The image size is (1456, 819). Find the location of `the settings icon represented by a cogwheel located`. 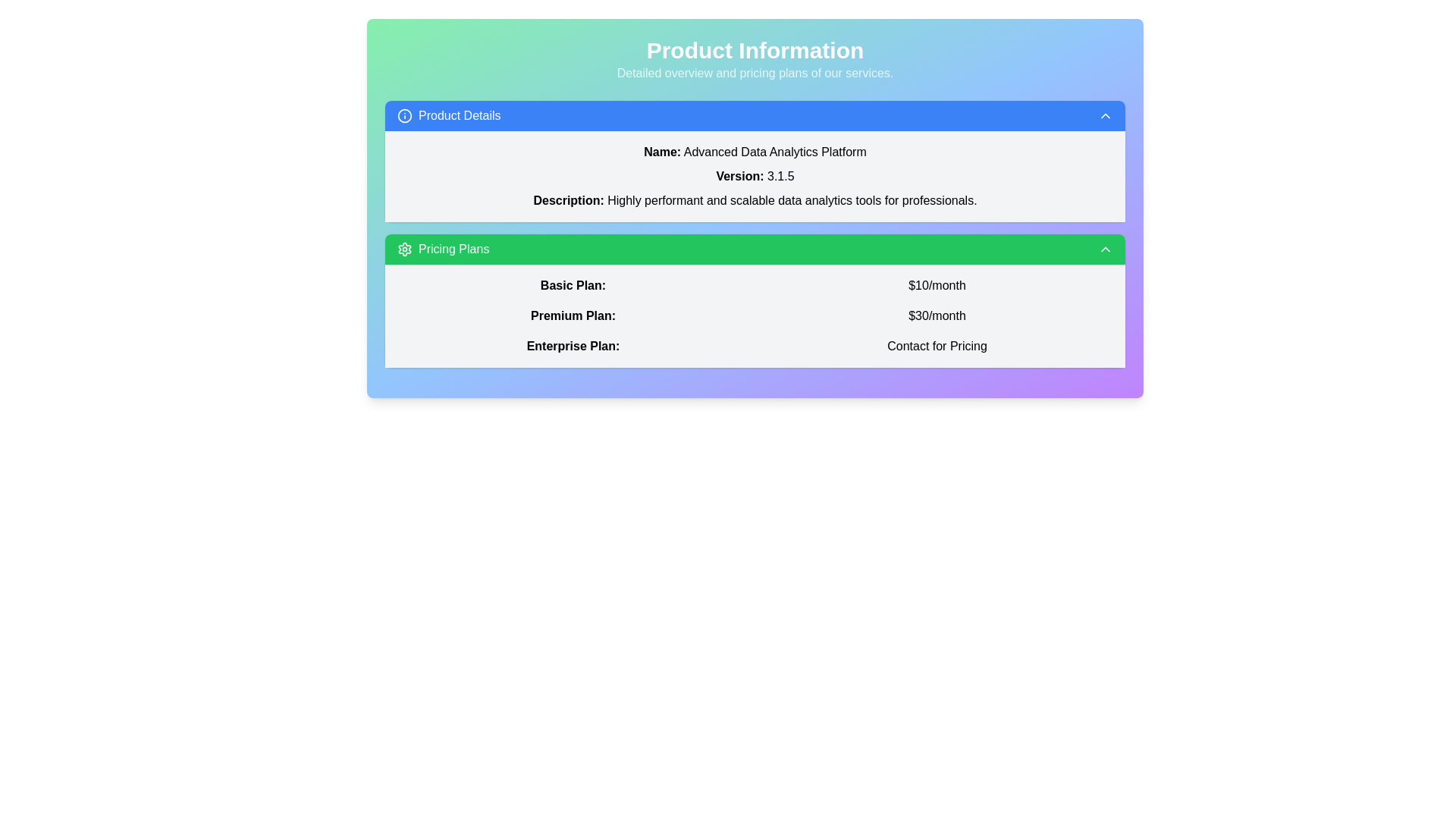

the settings icon represented by a cogwheel located is located at coordinates (404, 248).